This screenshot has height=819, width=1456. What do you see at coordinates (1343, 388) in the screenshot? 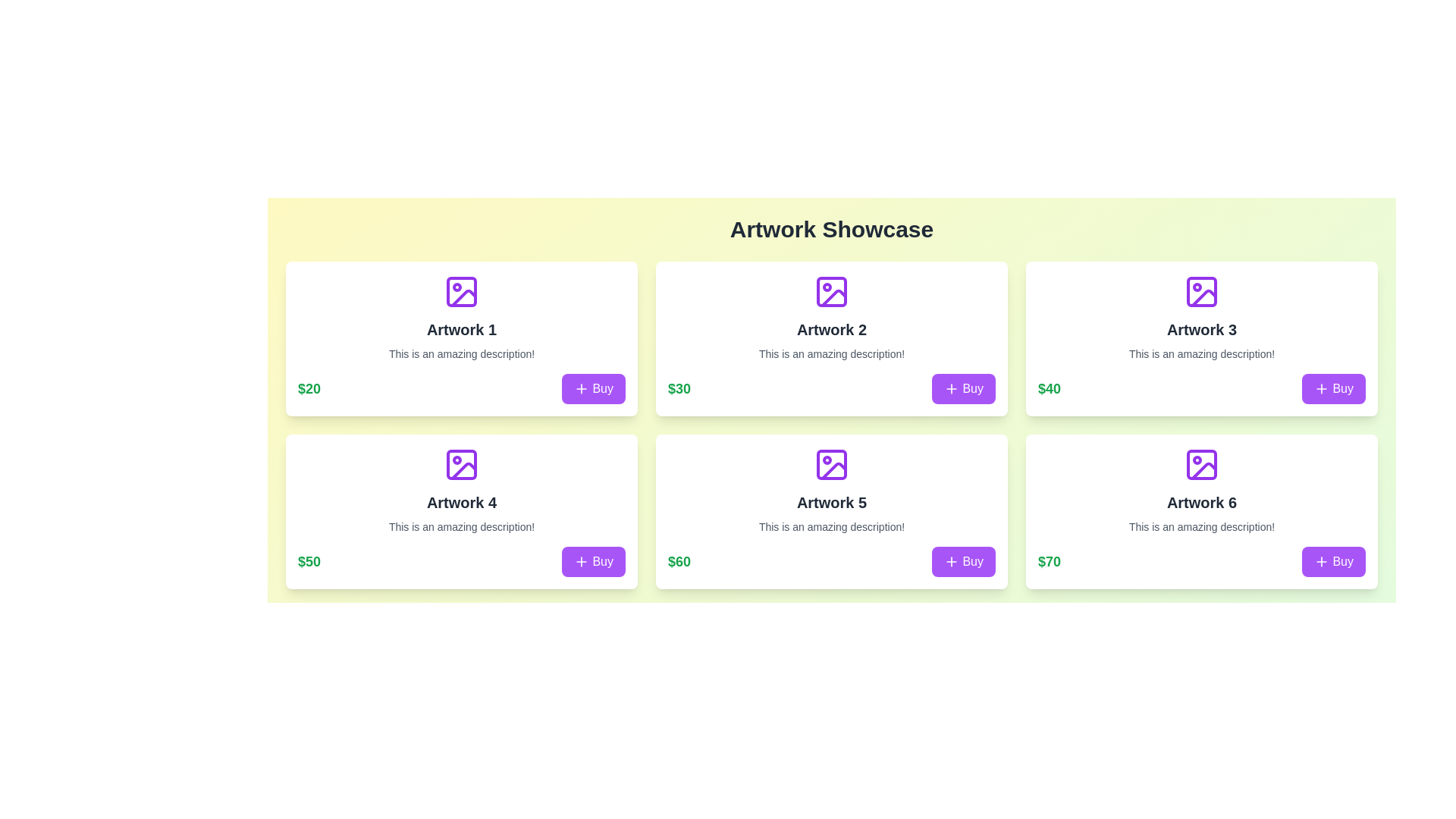
I see `the text label inside the 'Buy' button for the 'Artwork 3' tile located in the bottom-right corner of the tile` at bounding box center [1343, 388].